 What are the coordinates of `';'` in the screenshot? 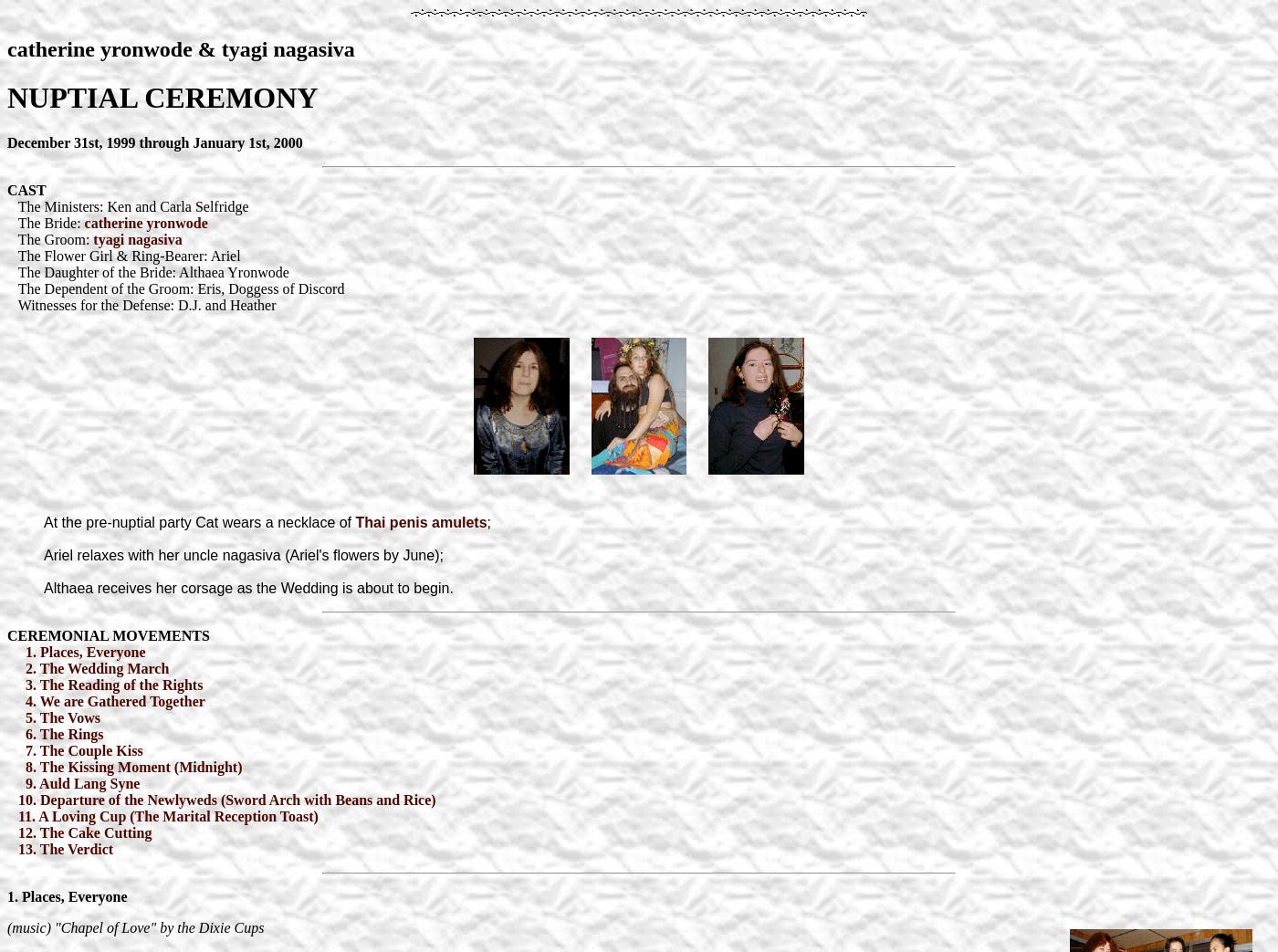 It's located at (488, 521).